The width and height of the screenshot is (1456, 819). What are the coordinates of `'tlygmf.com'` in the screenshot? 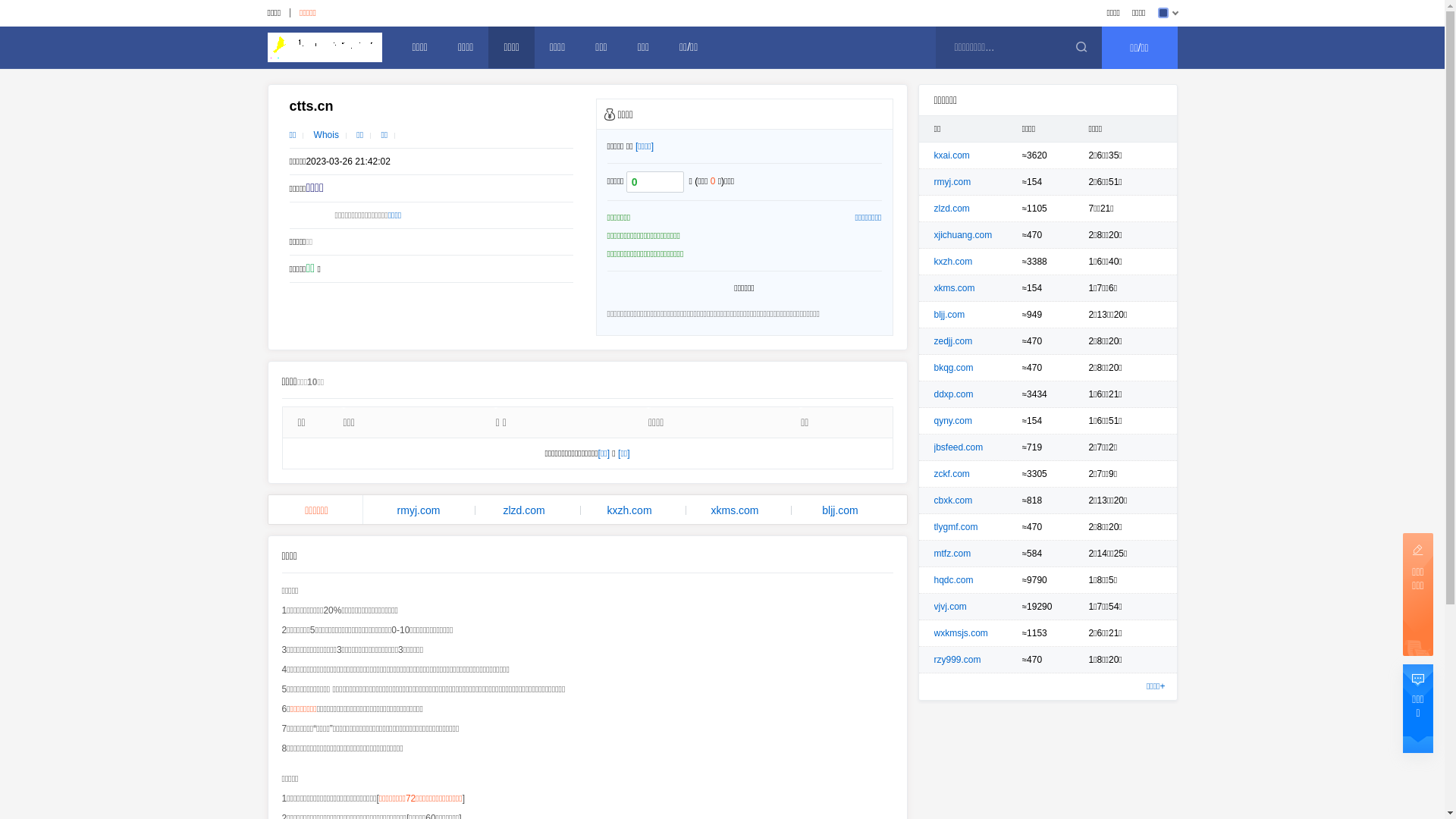 It's located at (934, 526).